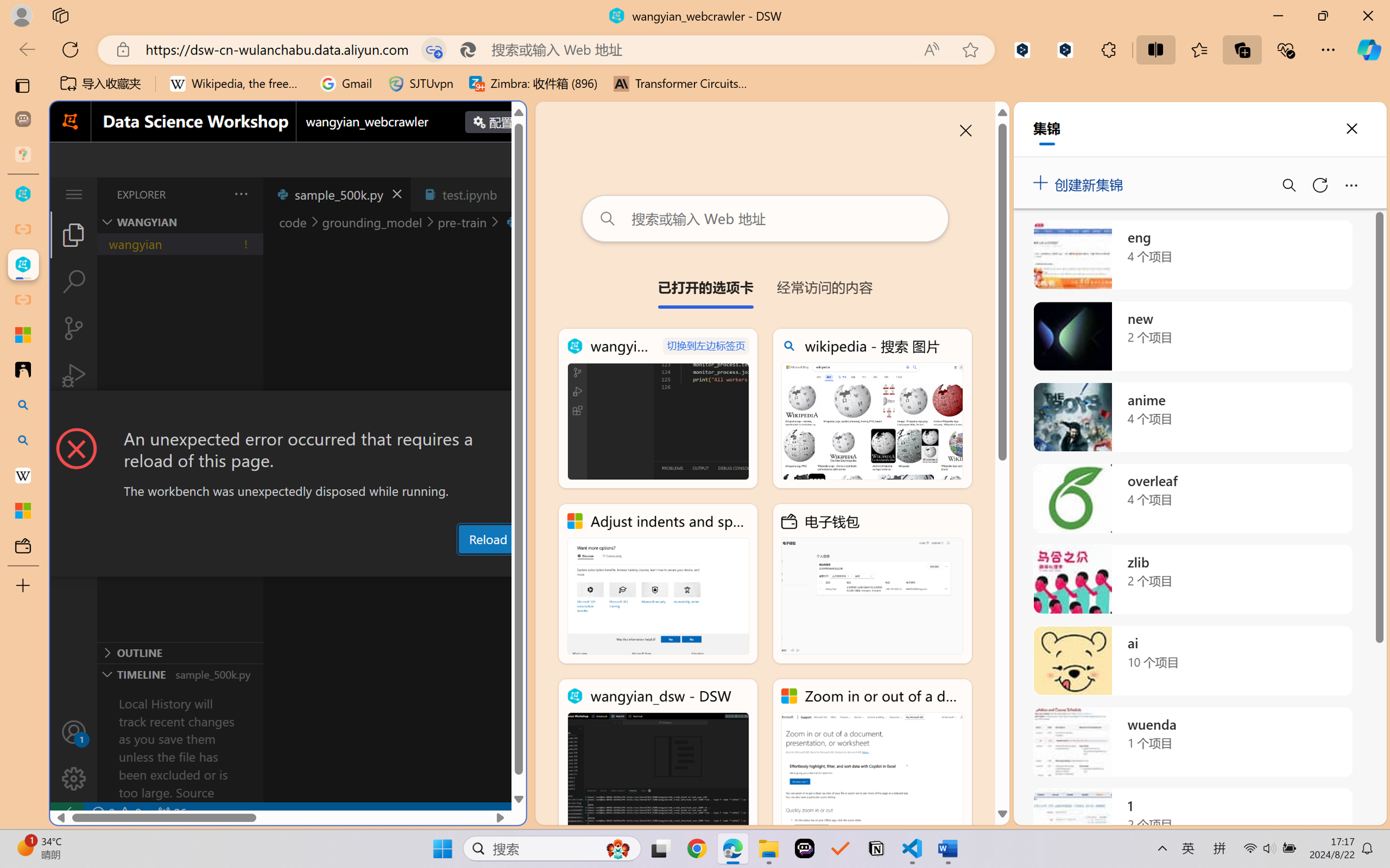 The width and height of the screenshot is (1390, 868). What do you see at coordinates (180, 652) in the screenshot?
I see `'Outline Section'` at bounding box center [180, 652].